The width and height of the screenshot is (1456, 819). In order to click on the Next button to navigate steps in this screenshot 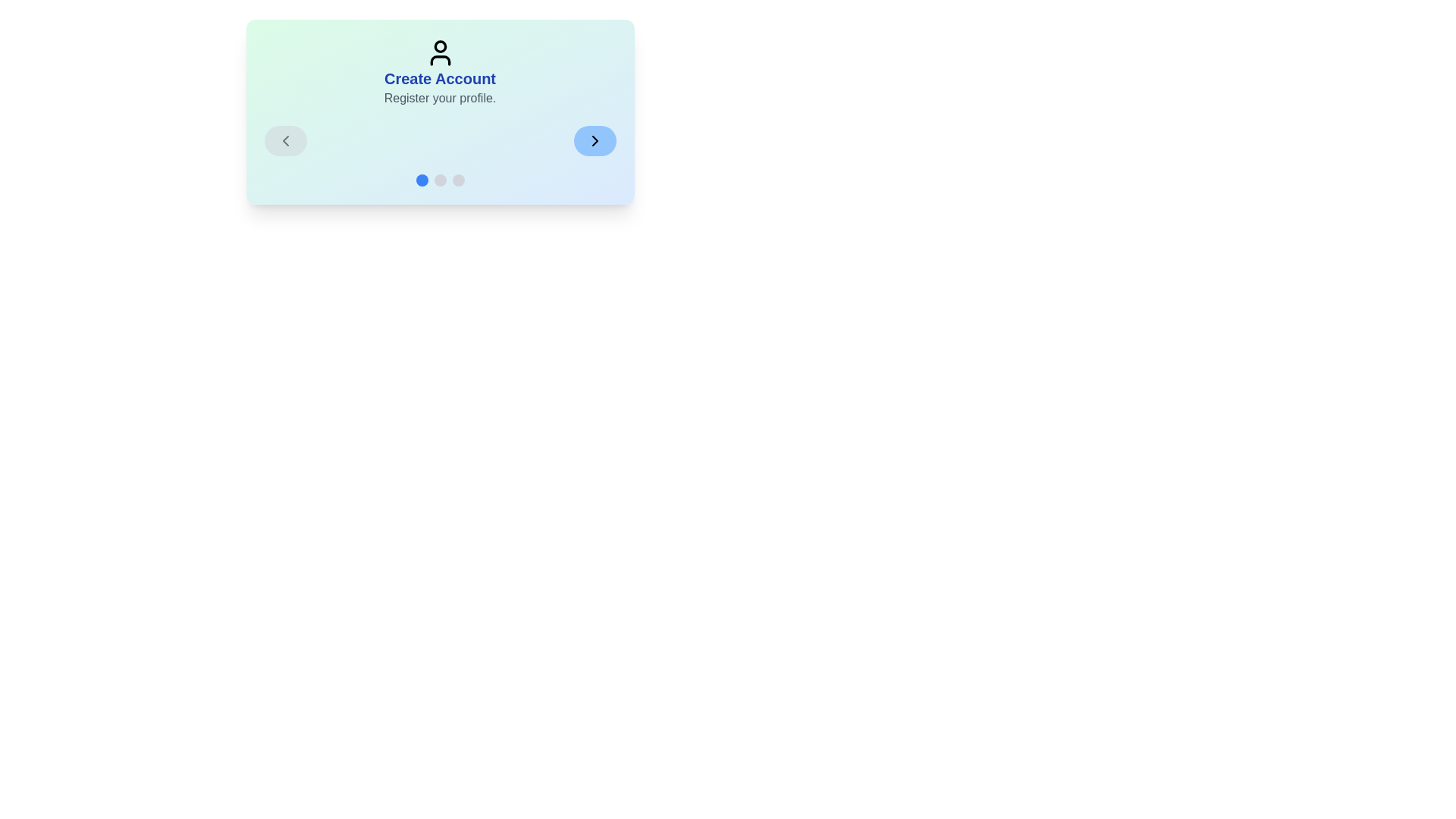, I will do `click(594, 140)`.